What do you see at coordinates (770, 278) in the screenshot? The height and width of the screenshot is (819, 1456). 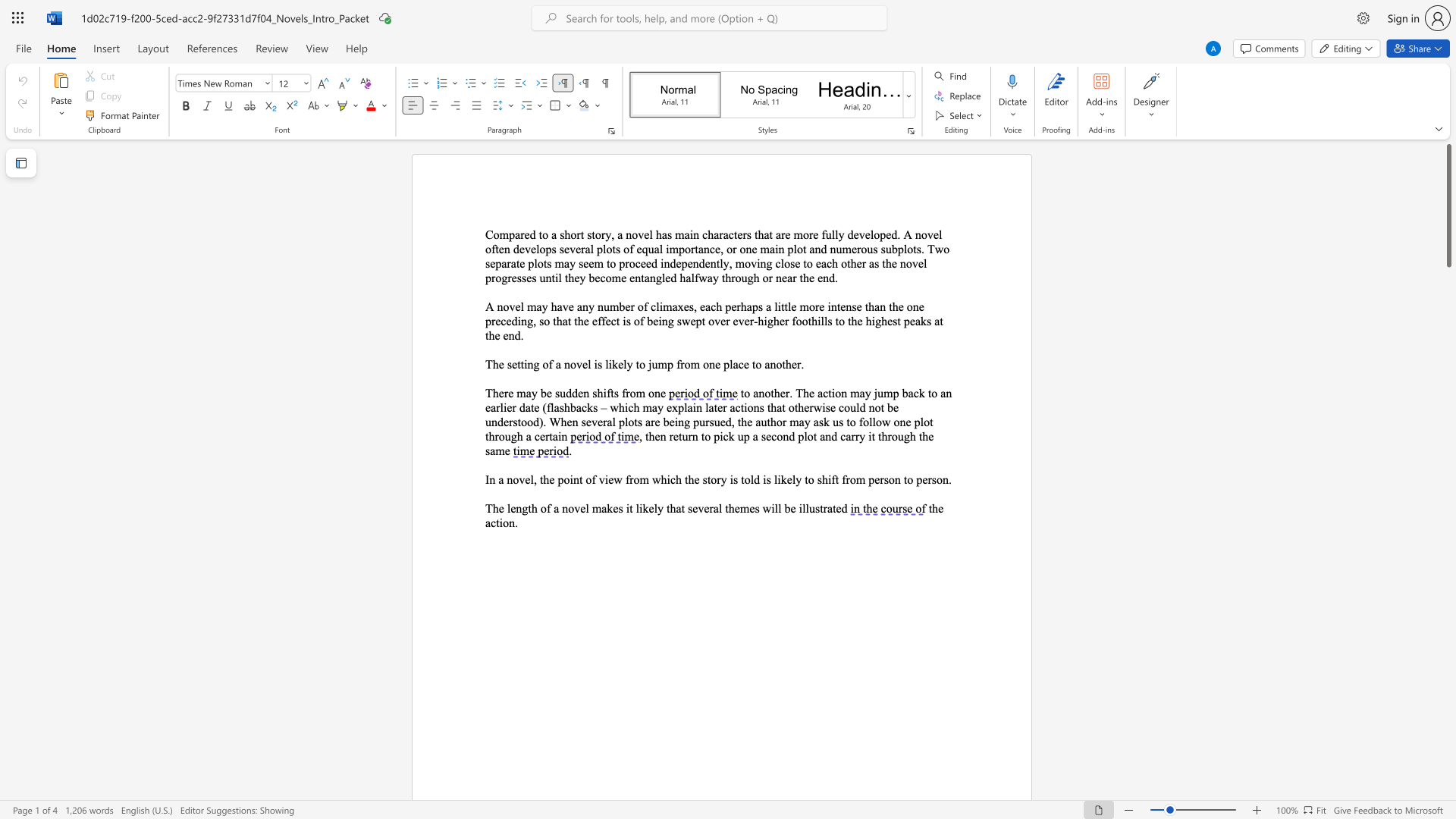 I see `the 5th character "r" in the text` at bounding box center [770, 278].